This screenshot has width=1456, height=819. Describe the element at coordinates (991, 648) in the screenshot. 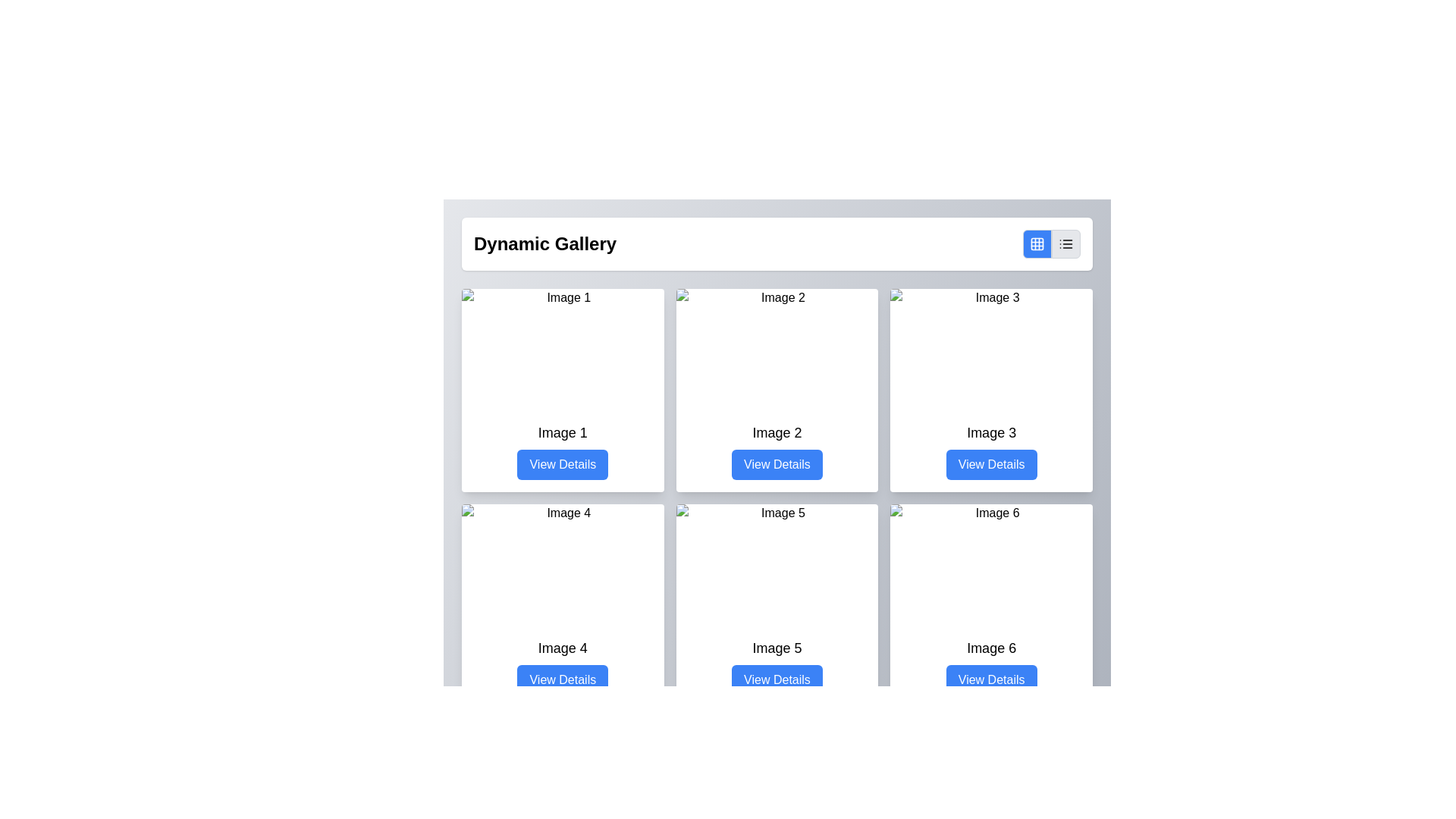

I see `the bold text label displaying 'Image 6' located in the bottom-right card above the 'View Details' button` at that location.